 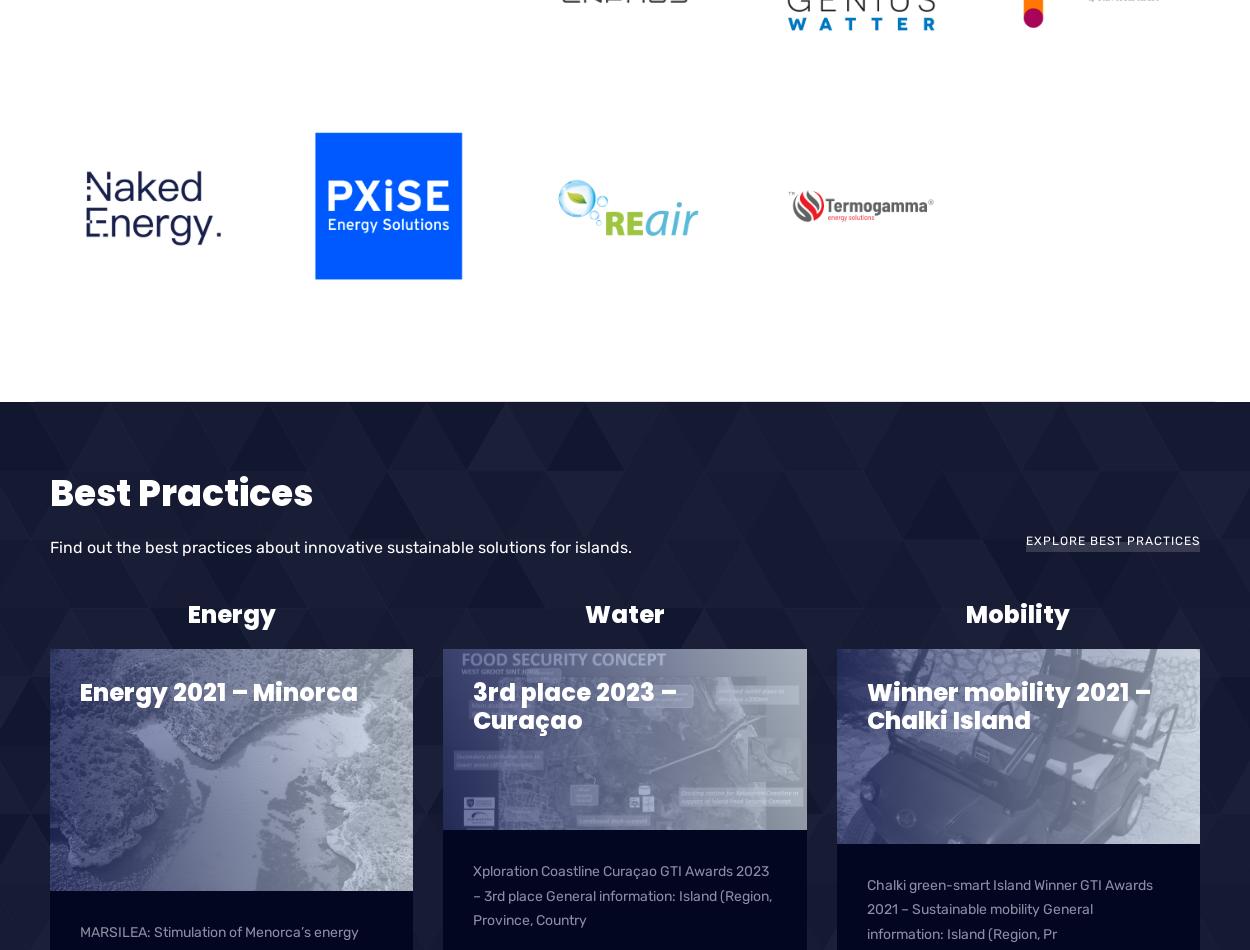 What do you see at coordinates (583, 614) in the screenshot?
I see `'Water'` at bounding box center [583, 614].